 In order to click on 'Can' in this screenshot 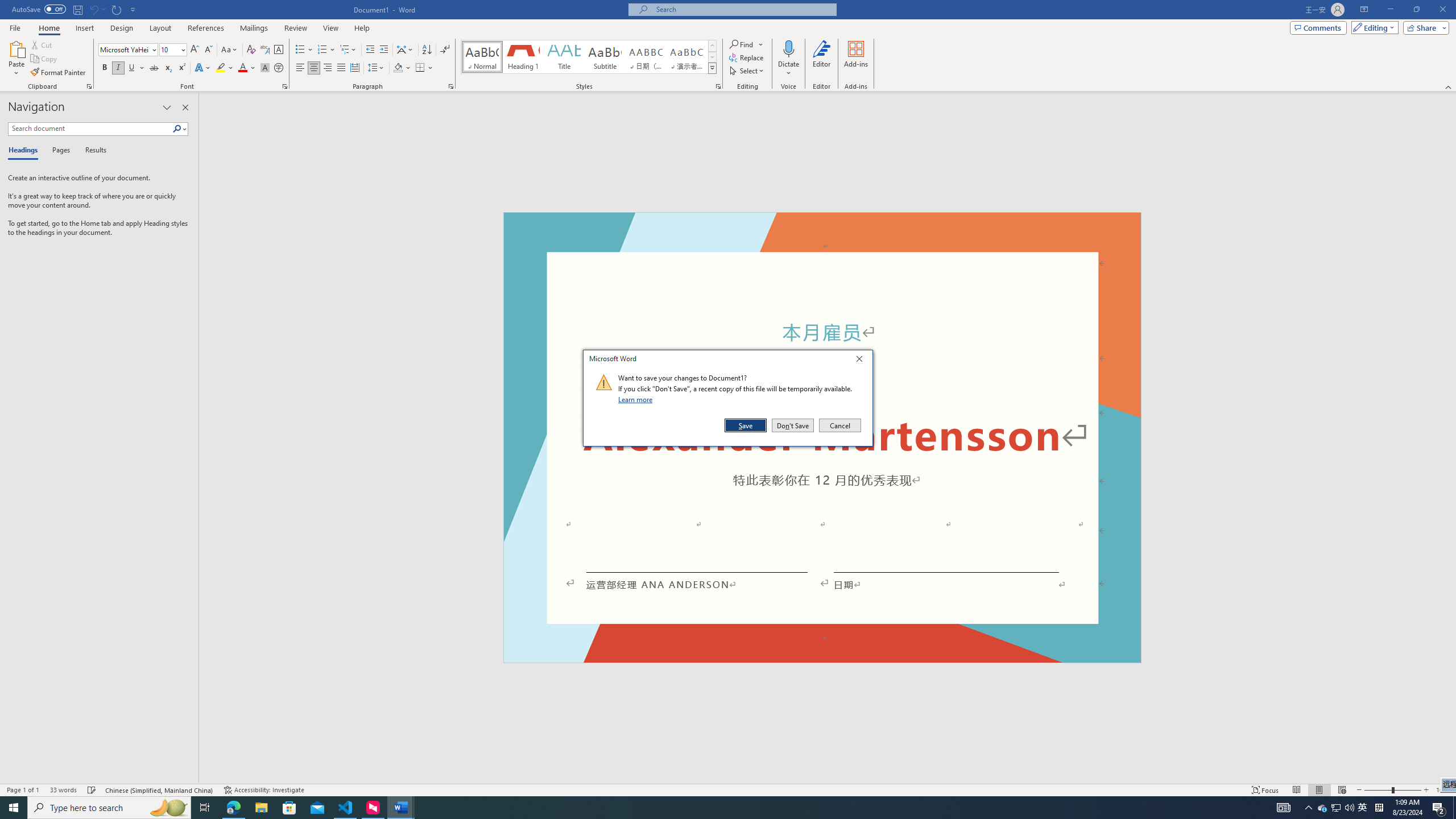, I will do `click(93, 9)`.